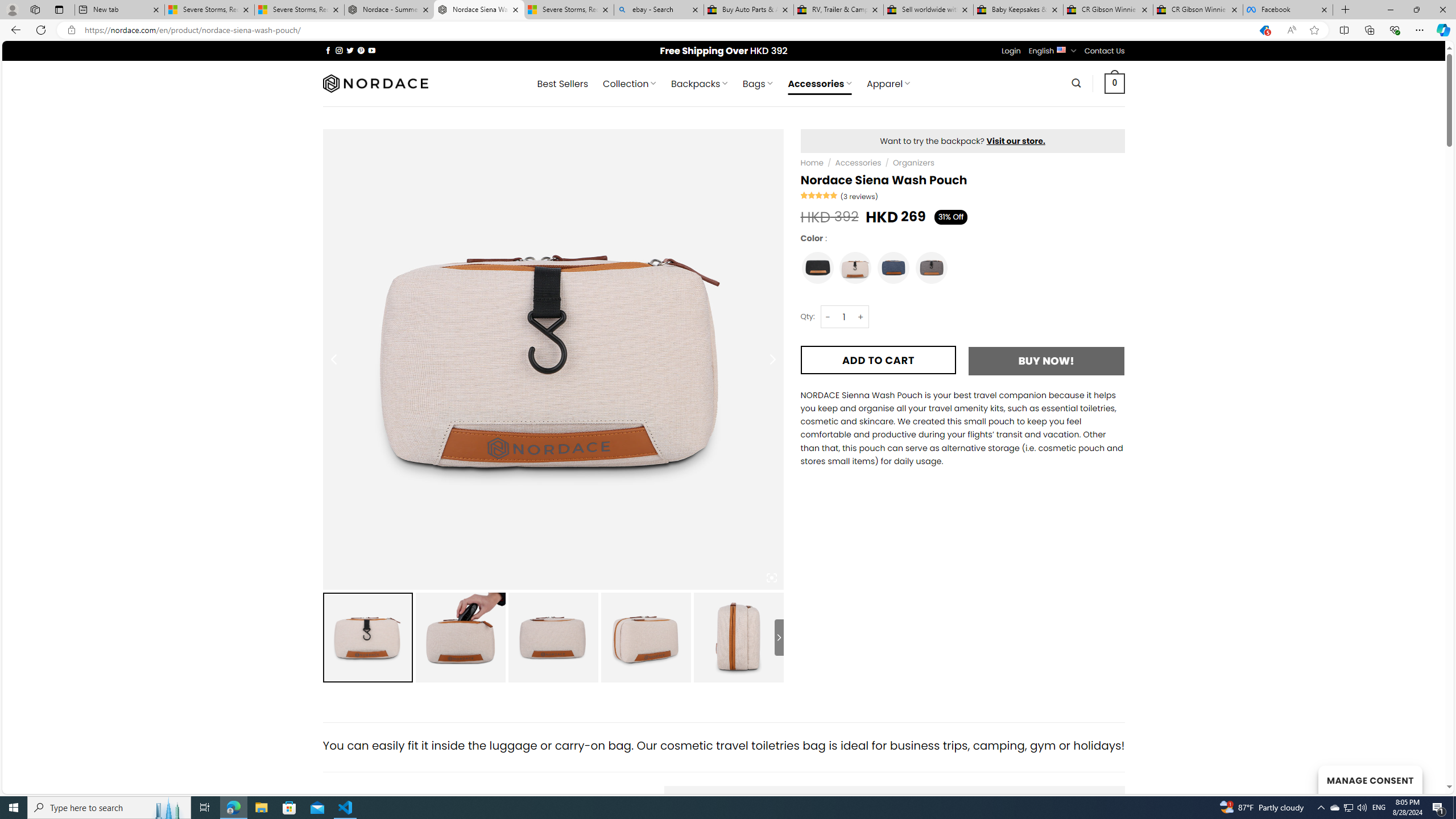 This screenshot has height=819, width=1456. Describe the element at coordinates (913, 163) in the screenshot. I see `'Organizers'` at that location.